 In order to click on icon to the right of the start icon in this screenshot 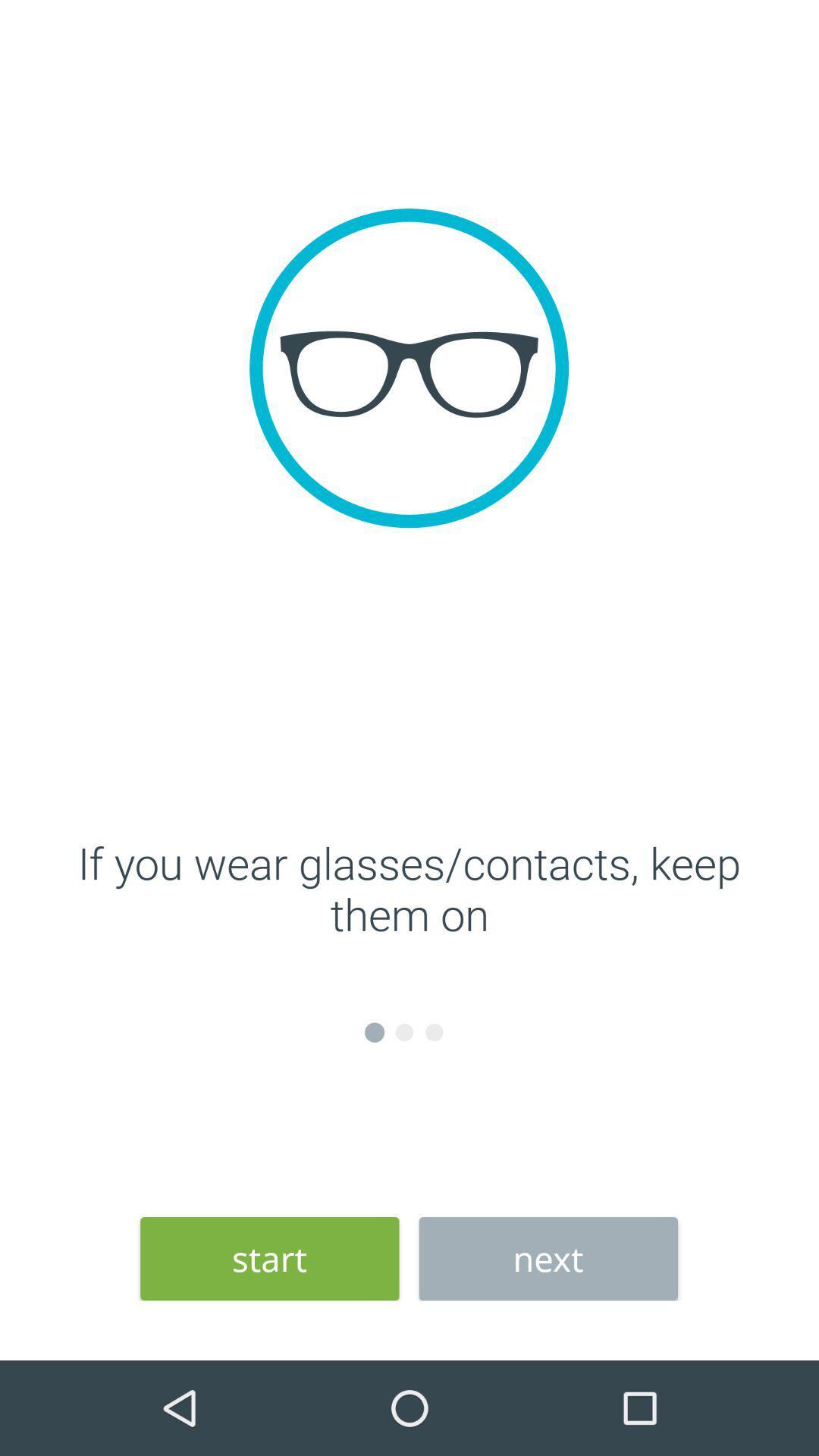, I will do `click(548, 1259)`.